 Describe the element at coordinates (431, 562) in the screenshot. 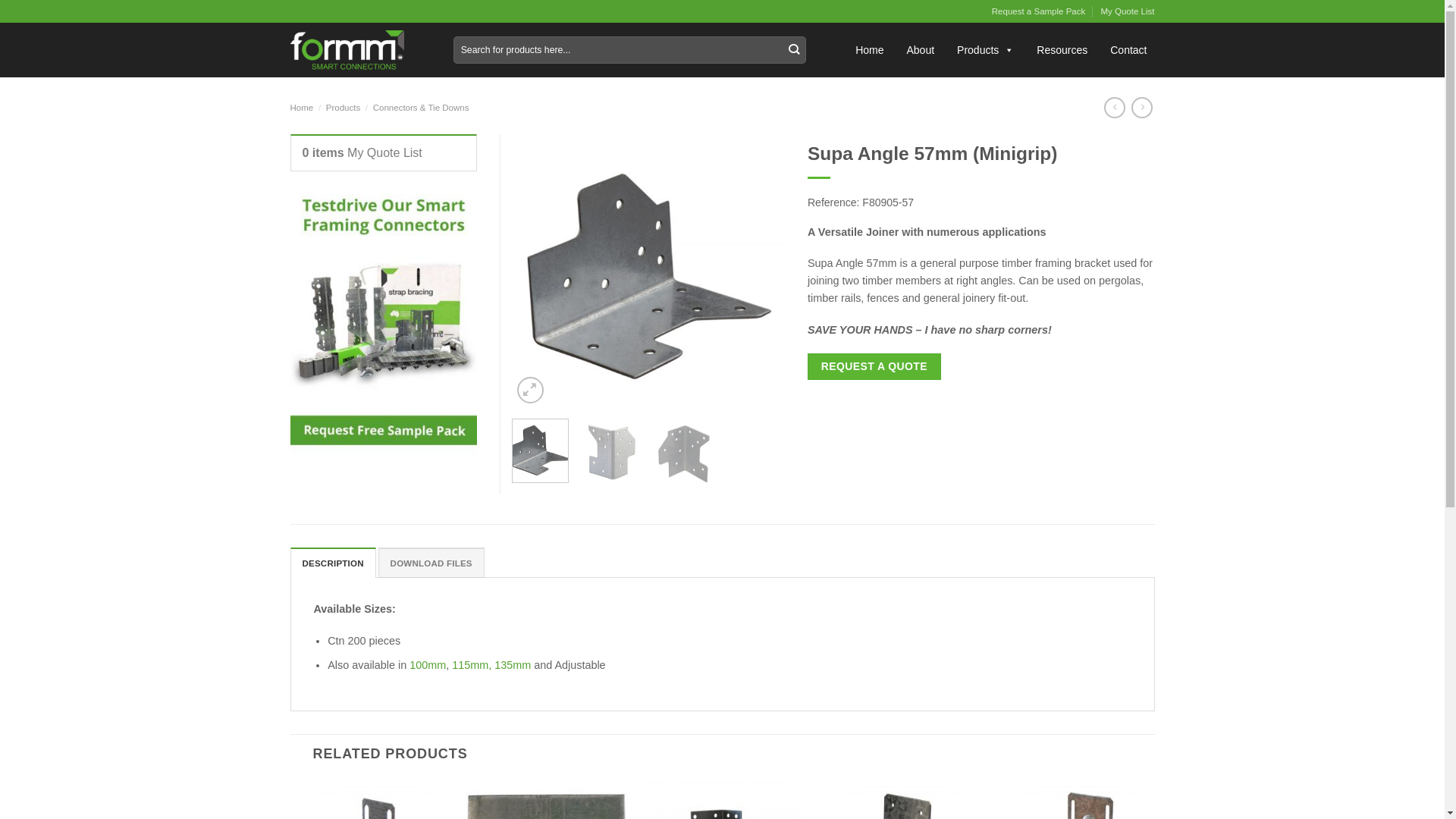

I see `'DOWNLOAD FILES'` at that location.